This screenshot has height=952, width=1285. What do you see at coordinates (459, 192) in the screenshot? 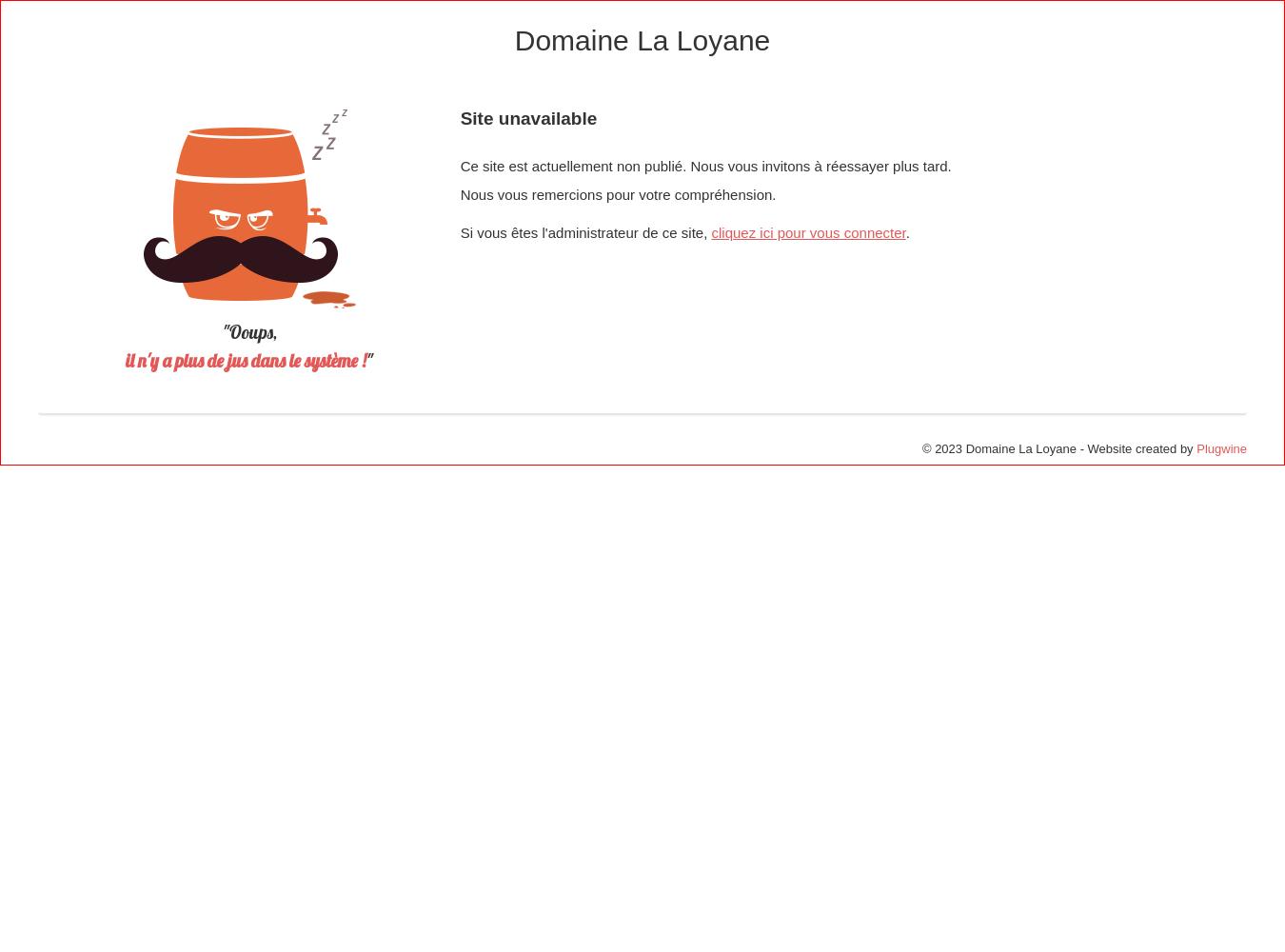
I see `'Nous vous remercions pour votre compréhension.'` at bounding box center [459, 192].